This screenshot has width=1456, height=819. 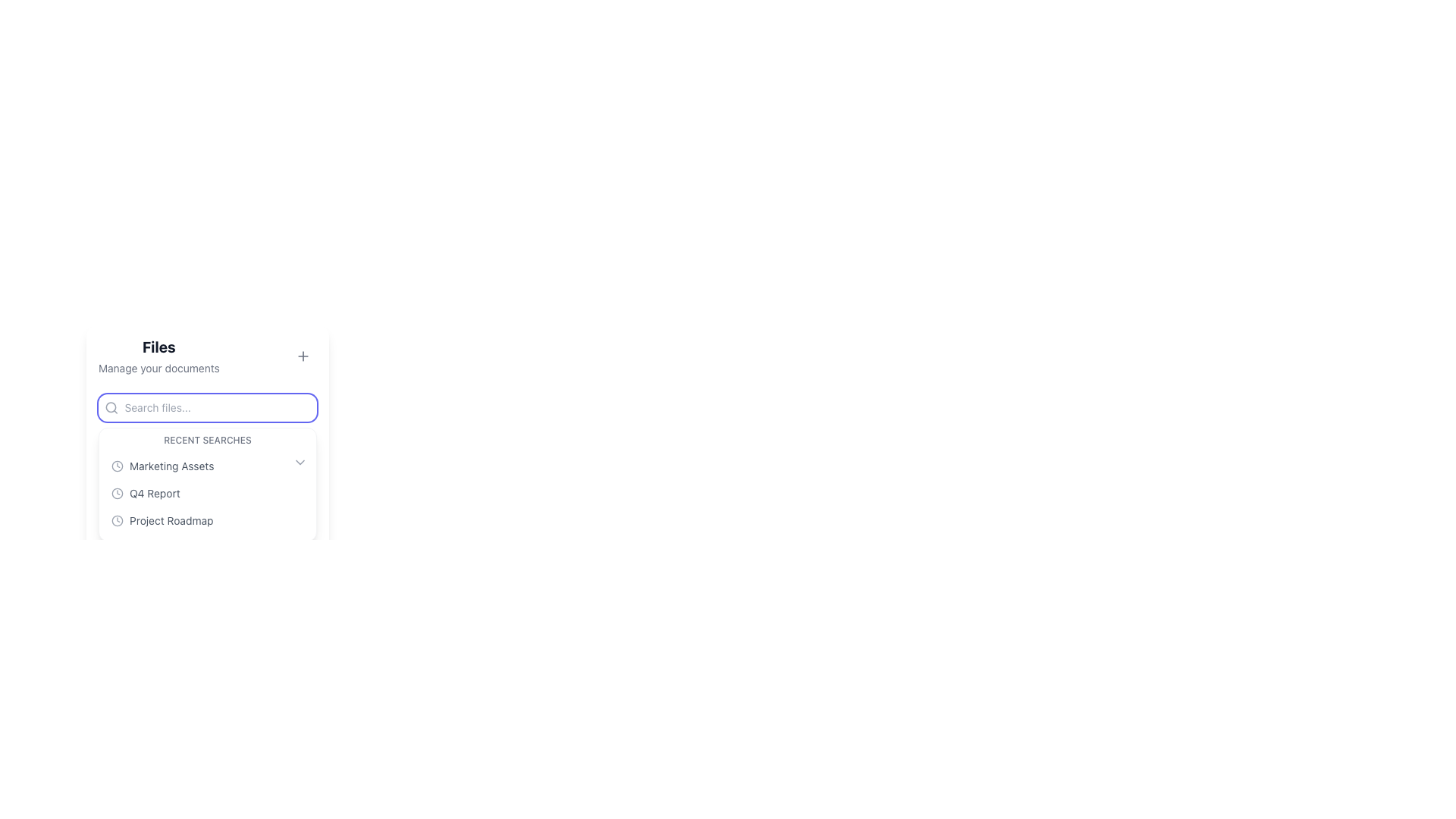 I want to click on the second list item, so click(x=206, y=562).